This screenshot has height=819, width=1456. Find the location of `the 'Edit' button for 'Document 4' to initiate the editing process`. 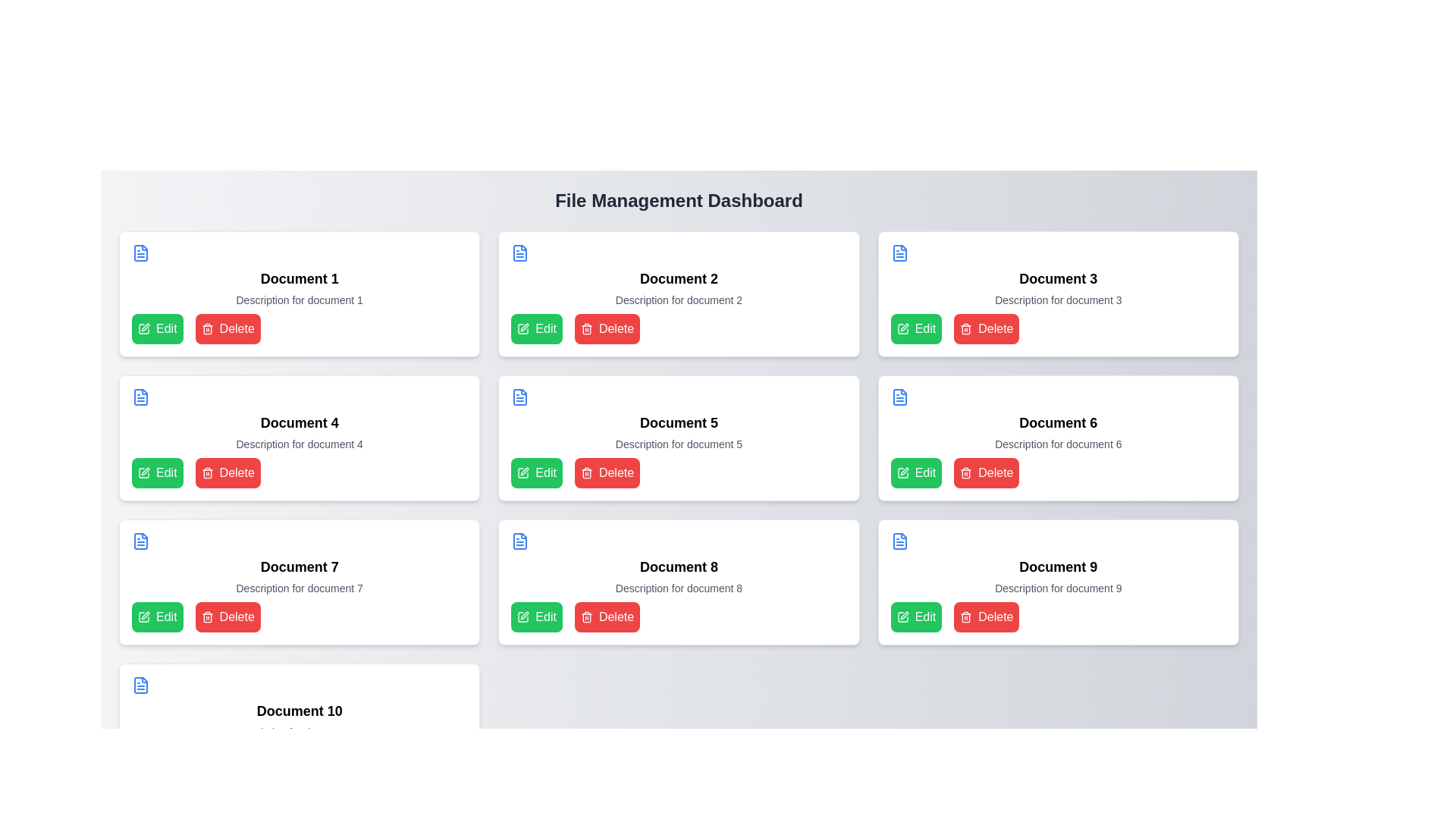

the 'Edit' button for 'Document 4' to initiate the editing process is located at coordinates (144, 472).